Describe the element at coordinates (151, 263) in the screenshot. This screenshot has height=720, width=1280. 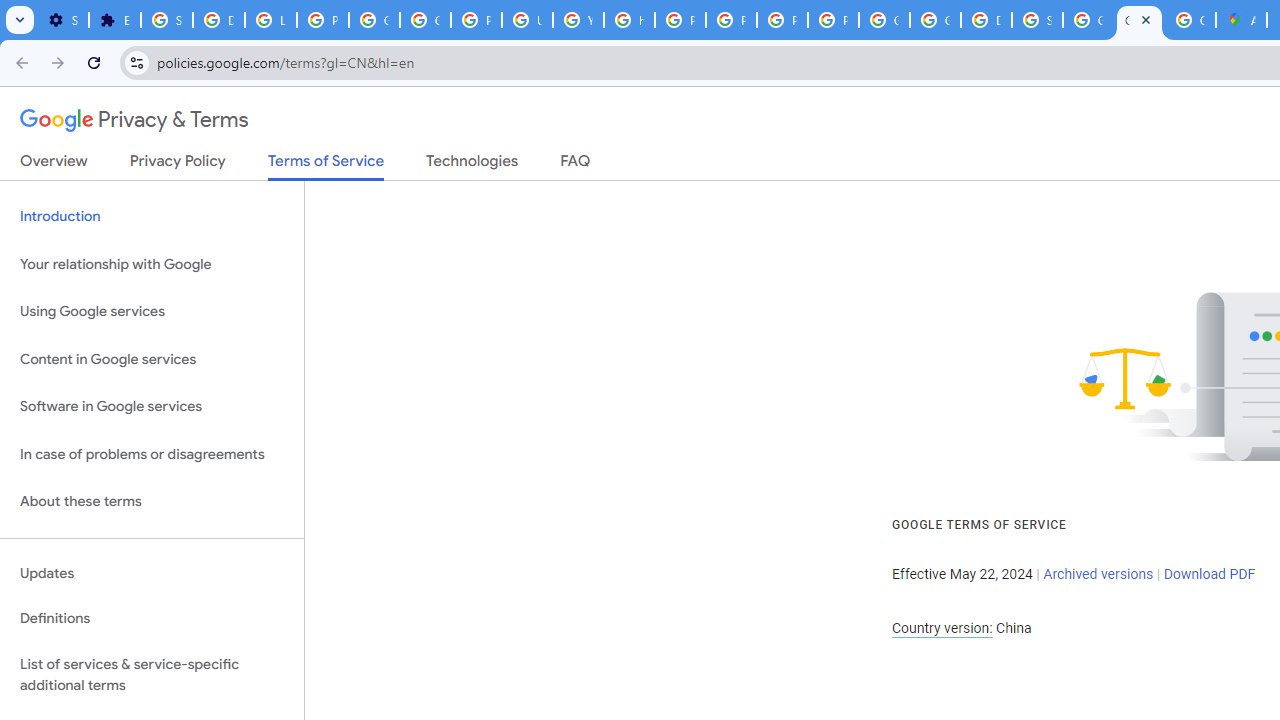
I see `'Your relationship with Google'` at that location.